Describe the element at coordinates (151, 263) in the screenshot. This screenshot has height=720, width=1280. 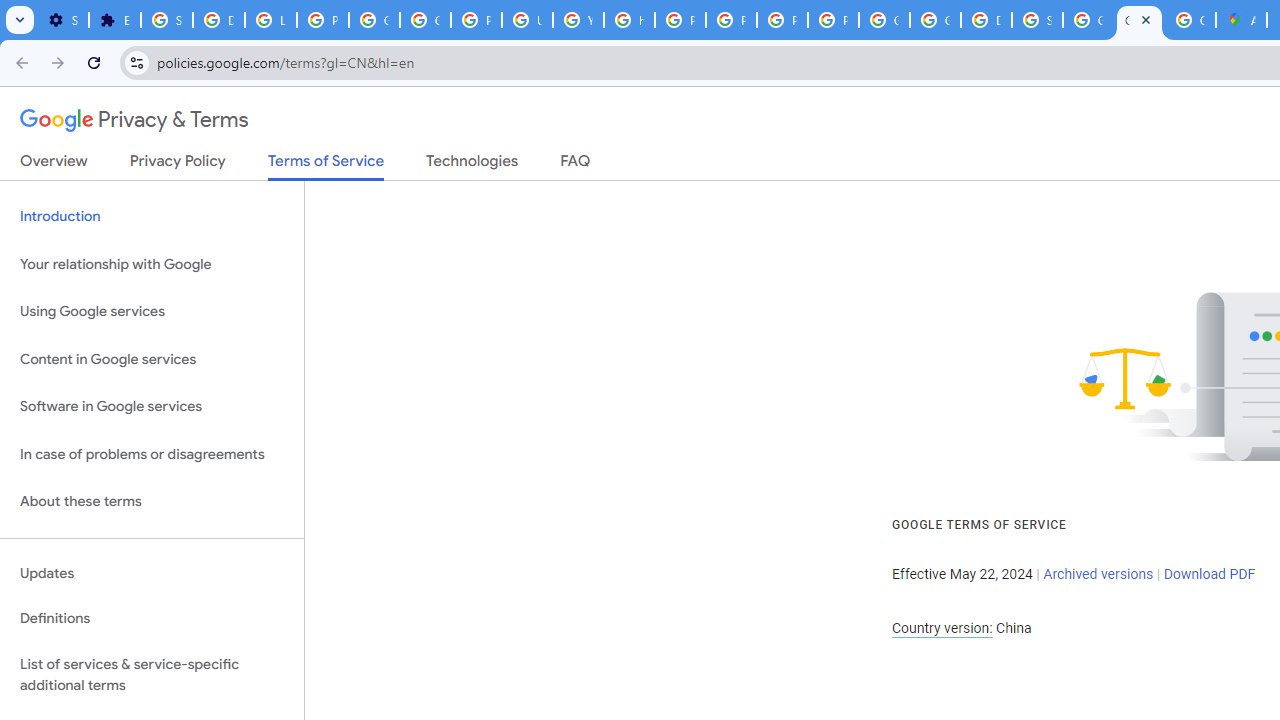
I see `'Your relationship with Google'` at that location.